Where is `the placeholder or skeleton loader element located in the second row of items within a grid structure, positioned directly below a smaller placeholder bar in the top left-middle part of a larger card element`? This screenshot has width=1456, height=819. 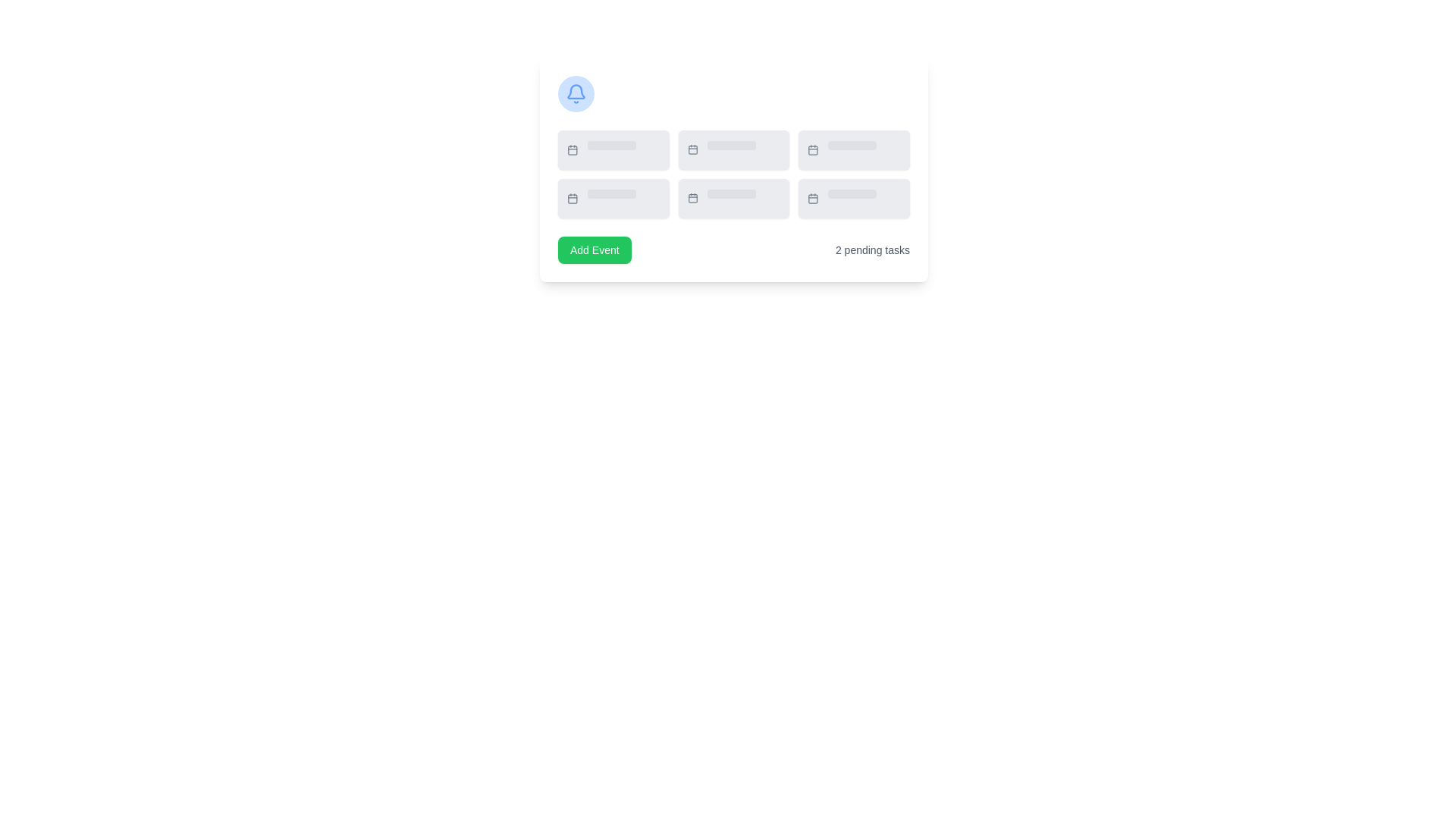 the placeholder or skeleton loader element located in the second row of items within a grid structure, positioned directly below a smaller placeholder bar in the top left-middle part of a larger card element is located at coordinates (623, 155).